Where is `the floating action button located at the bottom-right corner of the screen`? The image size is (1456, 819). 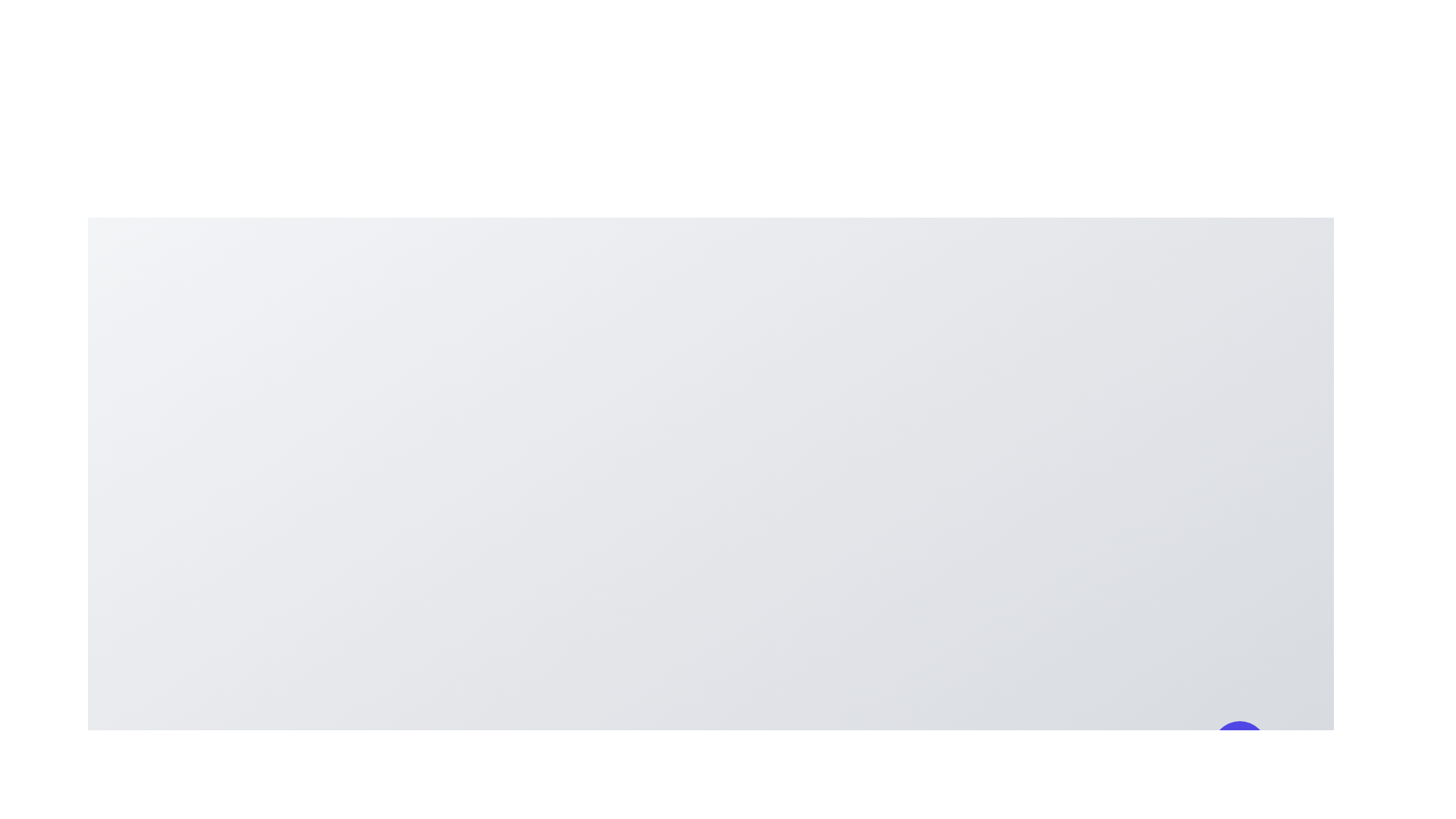 the floating action button located at the bottom-right corner of the screen is located at coordinates (1239, 748).